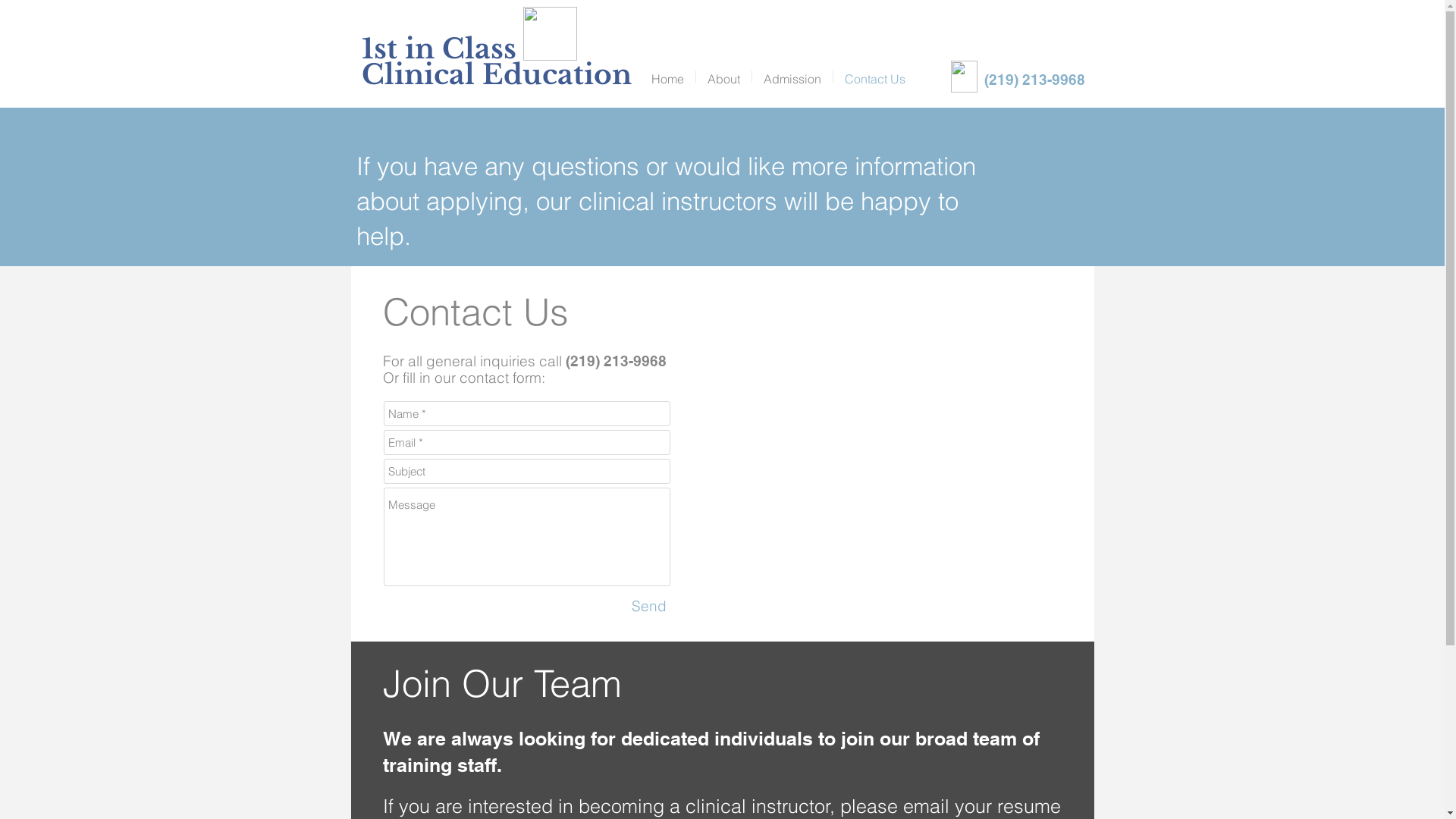 This screenshot has height=819, width=1456. I want to click on '1st in Class', so click(437, 48).